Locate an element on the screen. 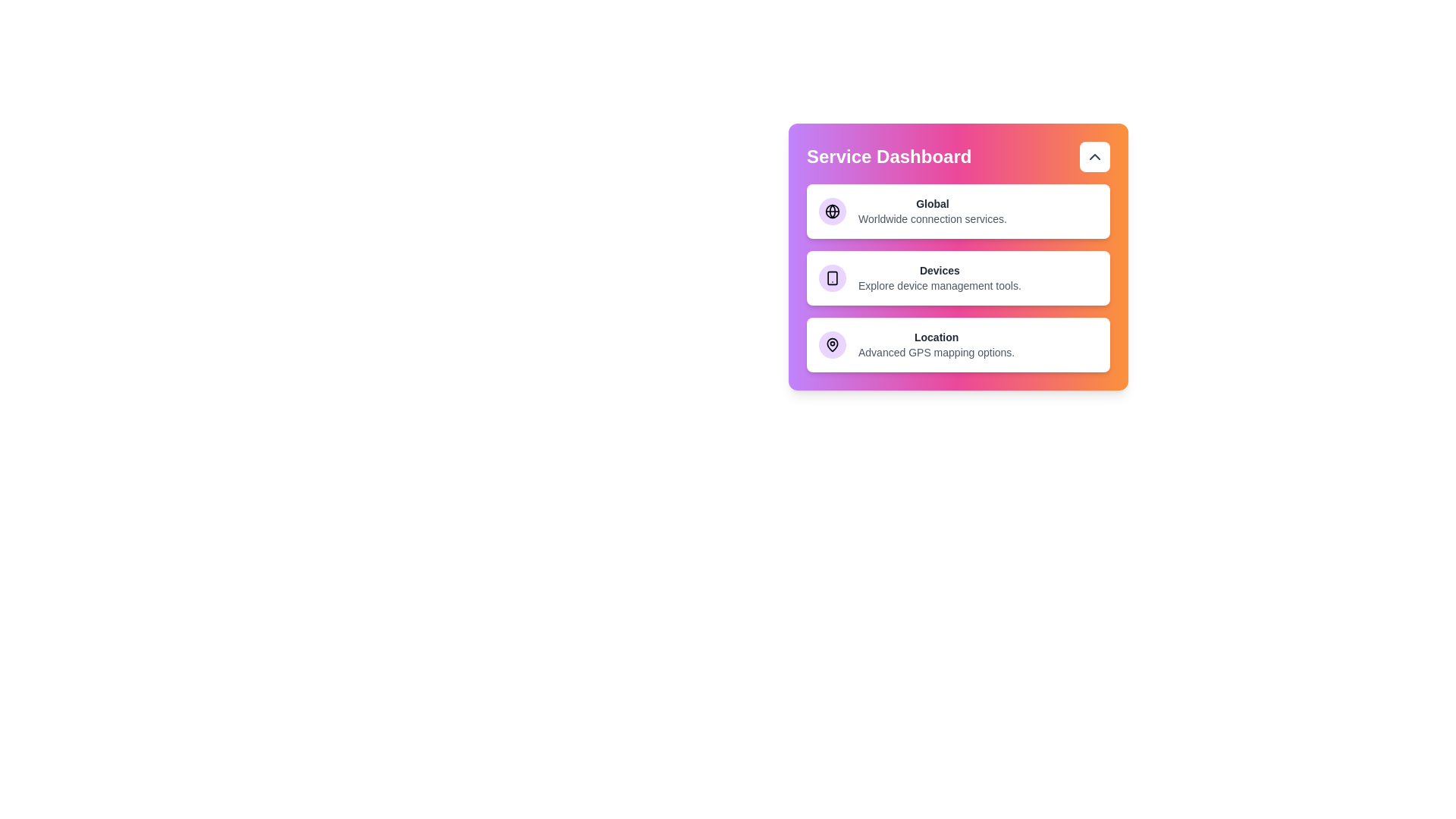 The image size is (1456, 819). the service card labeled 'Global' to observe its hover effect is located at coordinates (957, 211).